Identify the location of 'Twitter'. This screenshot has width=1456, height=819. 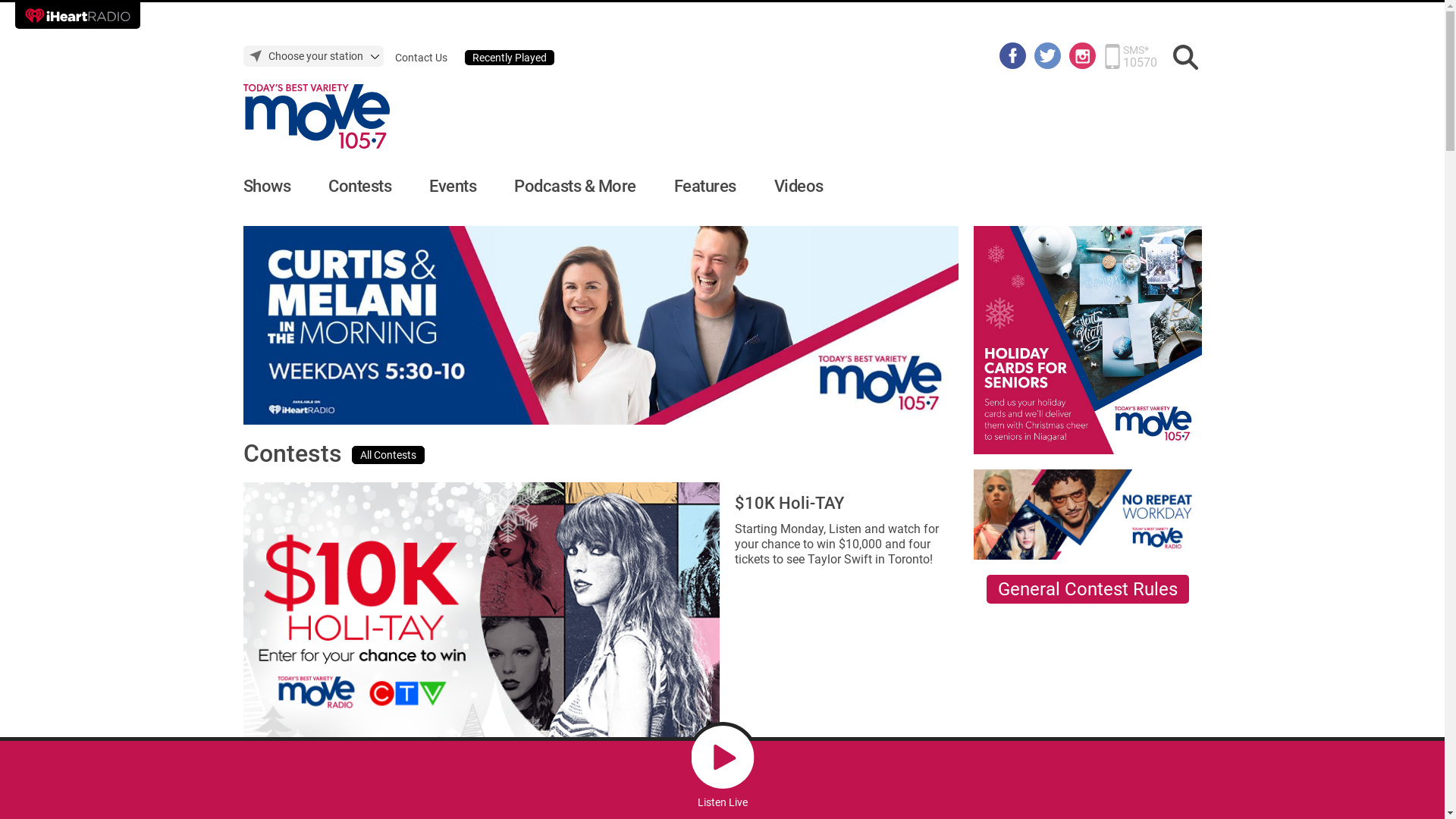
(1033, 54).